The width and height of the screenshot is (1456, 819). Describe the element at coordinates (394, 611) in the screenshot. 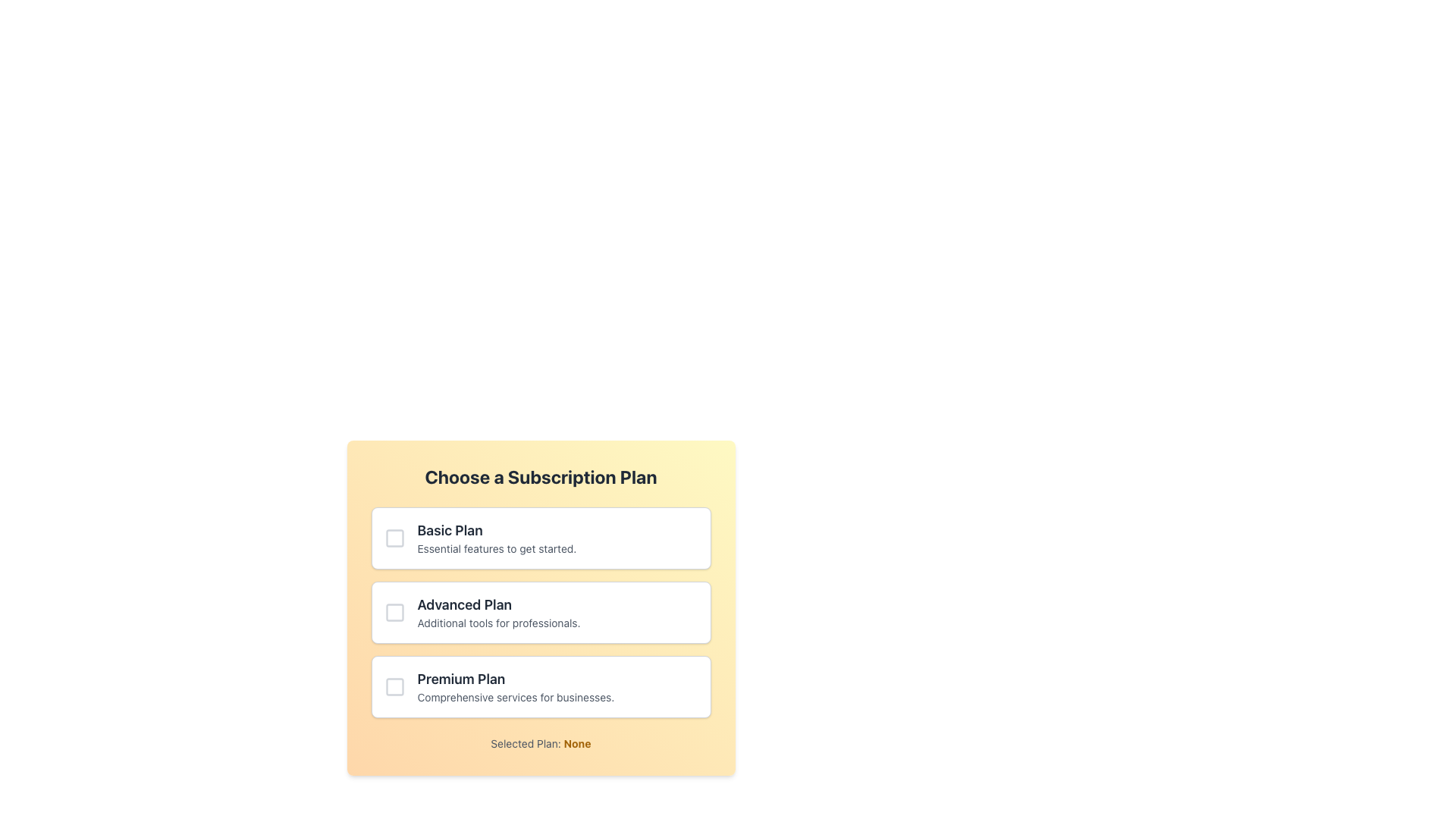

I see `the checkbox for the 'Advanced Plan' subscription option located to the left of its text description` at that location.